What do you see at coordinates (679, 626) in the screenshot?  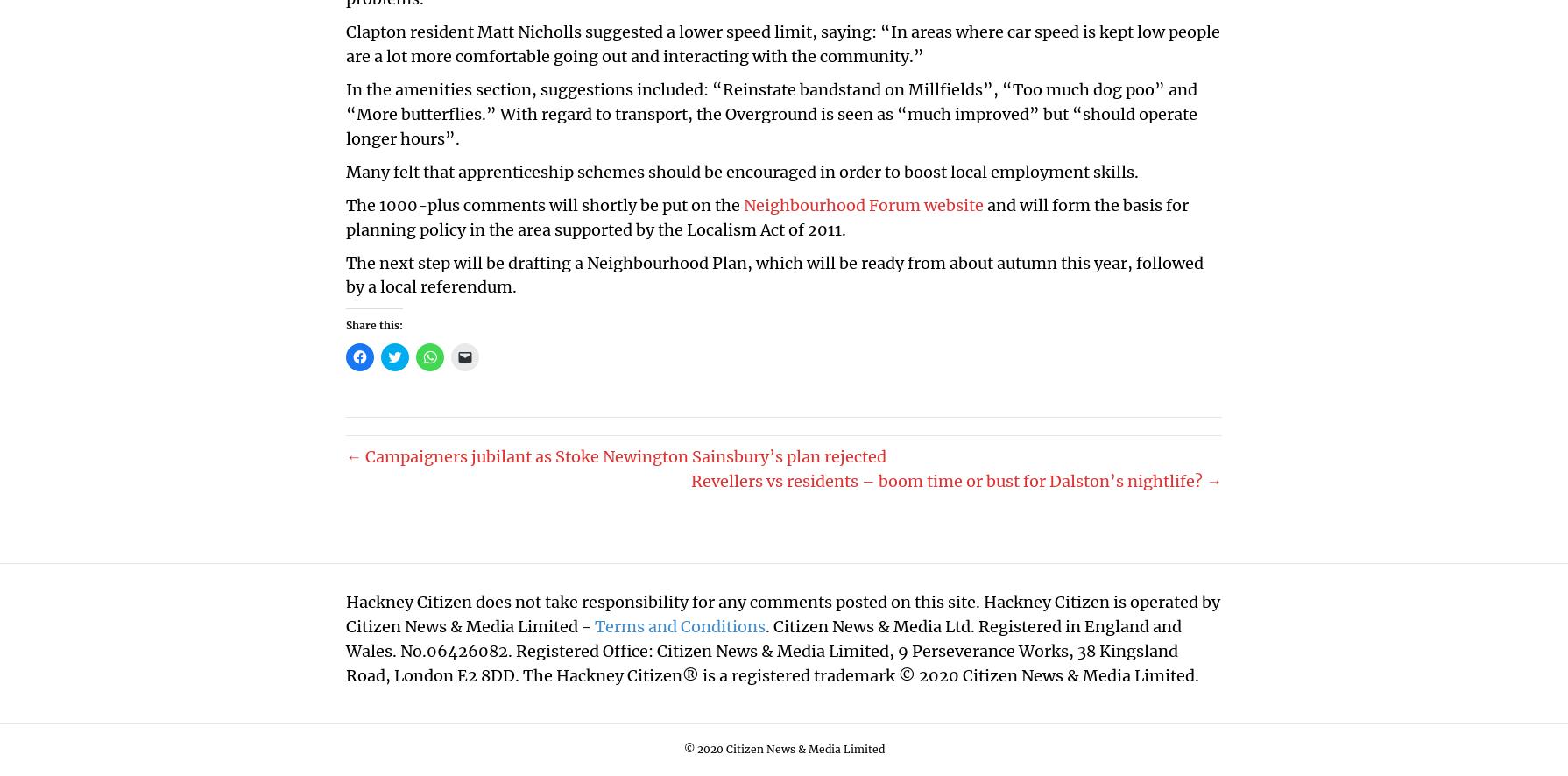 I see `'Terms and Conditions'` at bounding box center [679, 626].